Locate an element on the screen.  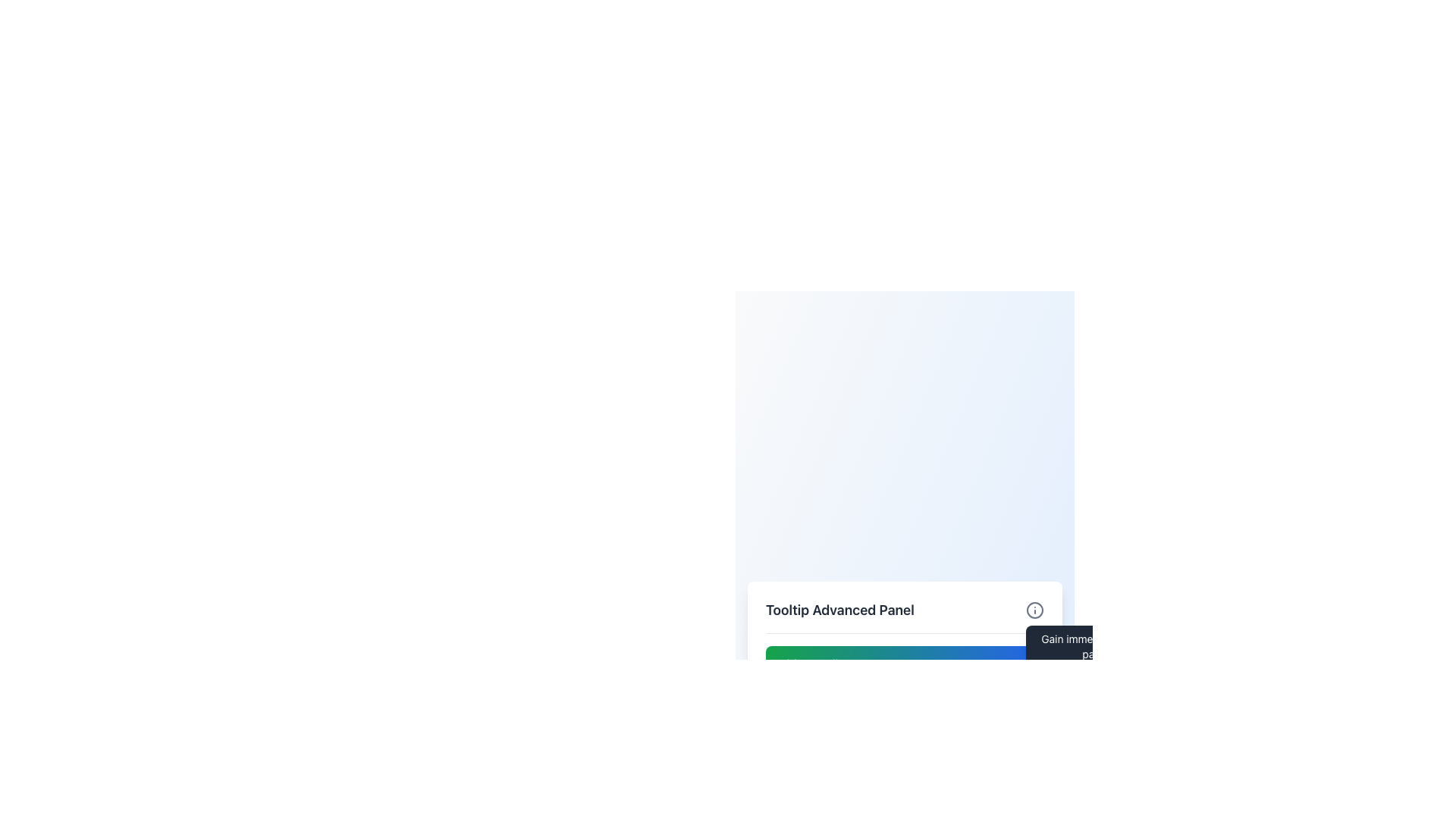
the Tooltip trigger icon located at the top right corner of the 'Tooltip Advanced Panel' is located at coordinates (1034, 610).